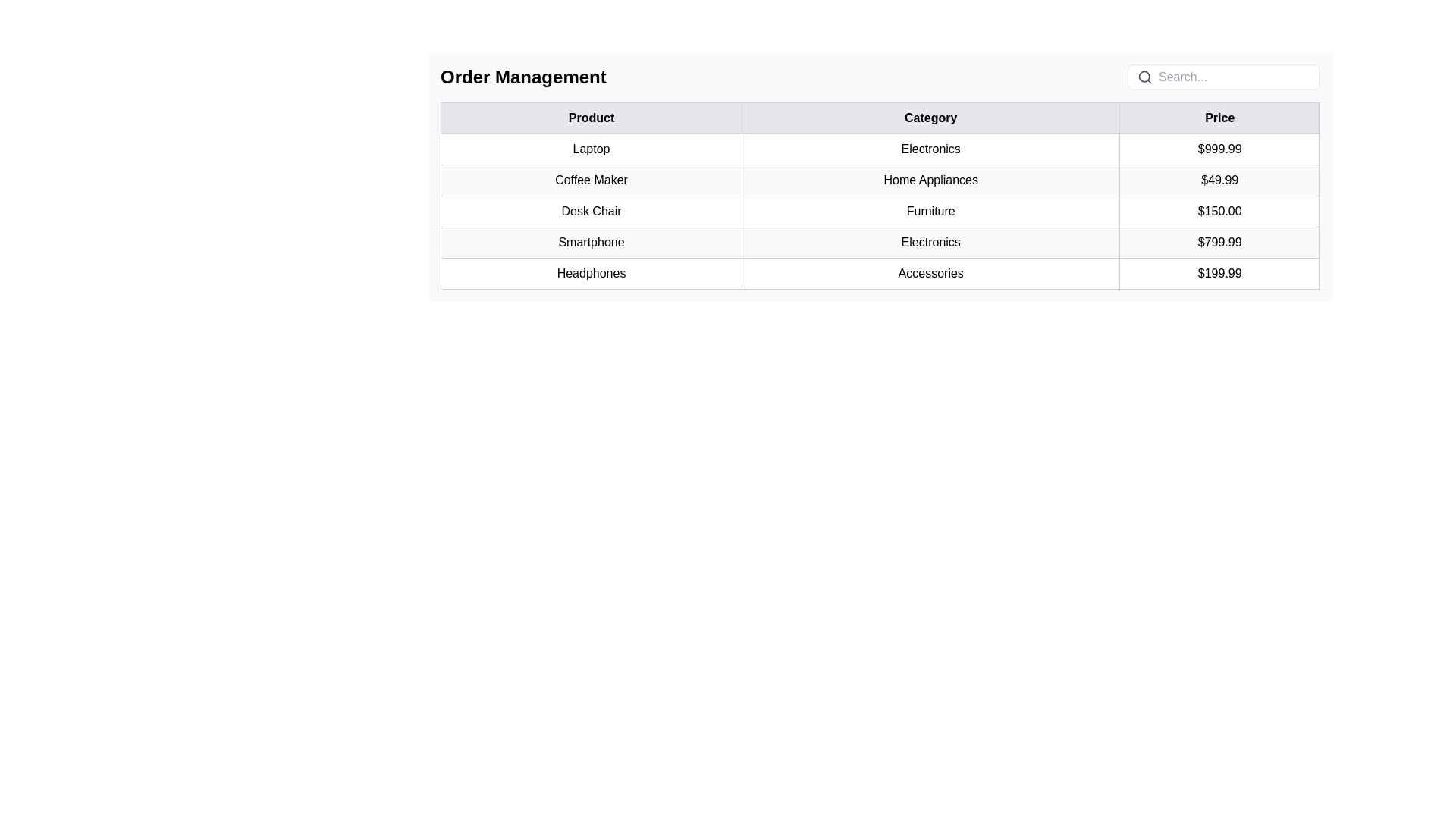 The width and height of the screenshot is (1456, 819). Describe the element at coordinates (880, 211) in the screenshot. I see `the third row of the product table that displays information about a specific product, which is positioned between 'Coffee Maker' and 'Smartphone'` at that location.